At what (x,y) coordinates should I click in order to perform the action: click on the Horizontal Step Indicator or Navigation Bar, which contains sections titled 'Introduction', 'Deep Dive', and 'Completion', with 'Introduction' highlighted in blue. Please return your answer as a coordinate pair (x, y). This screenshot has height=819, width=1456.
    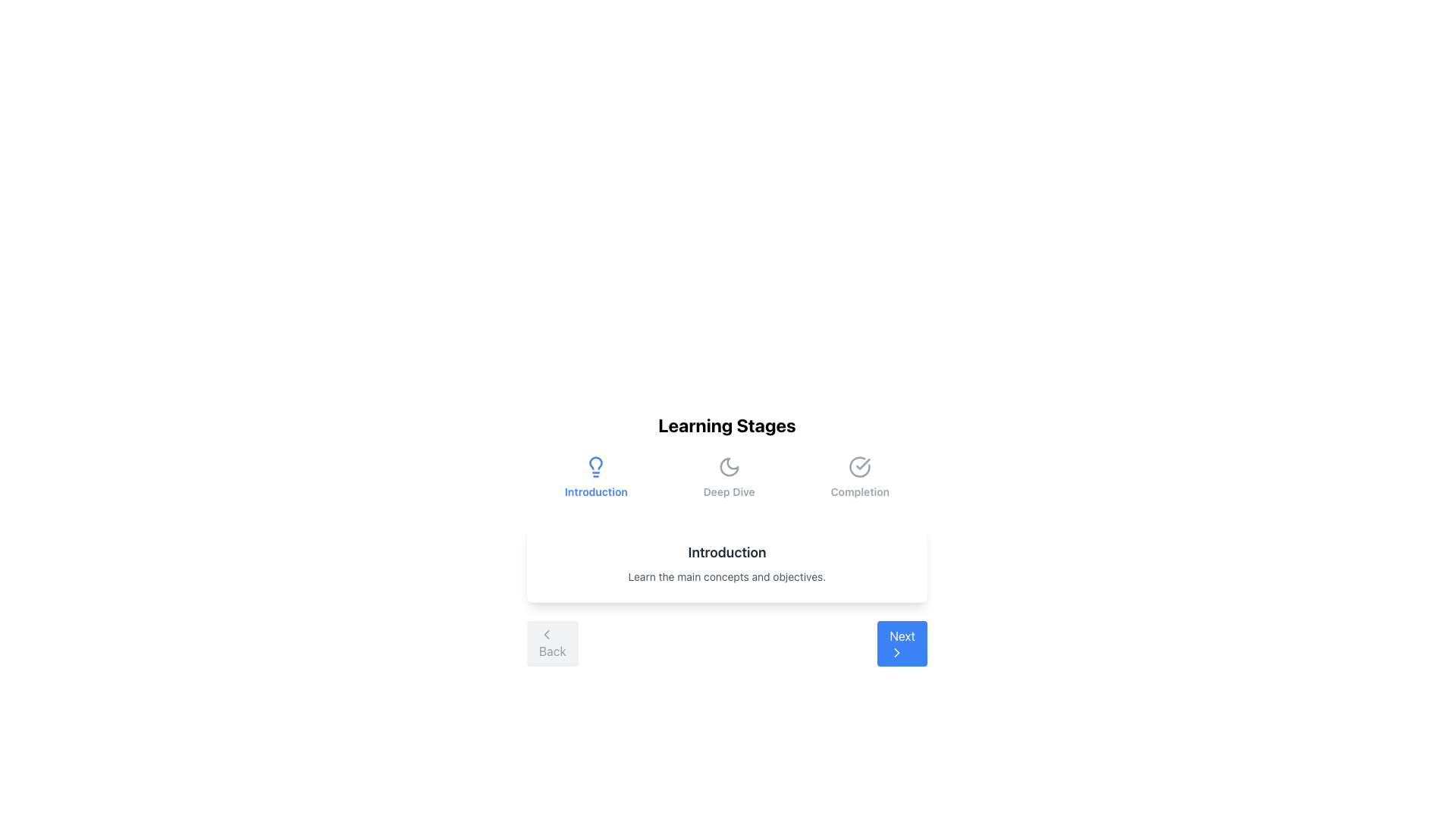
    Looking at the image, I should click on (726, 476).